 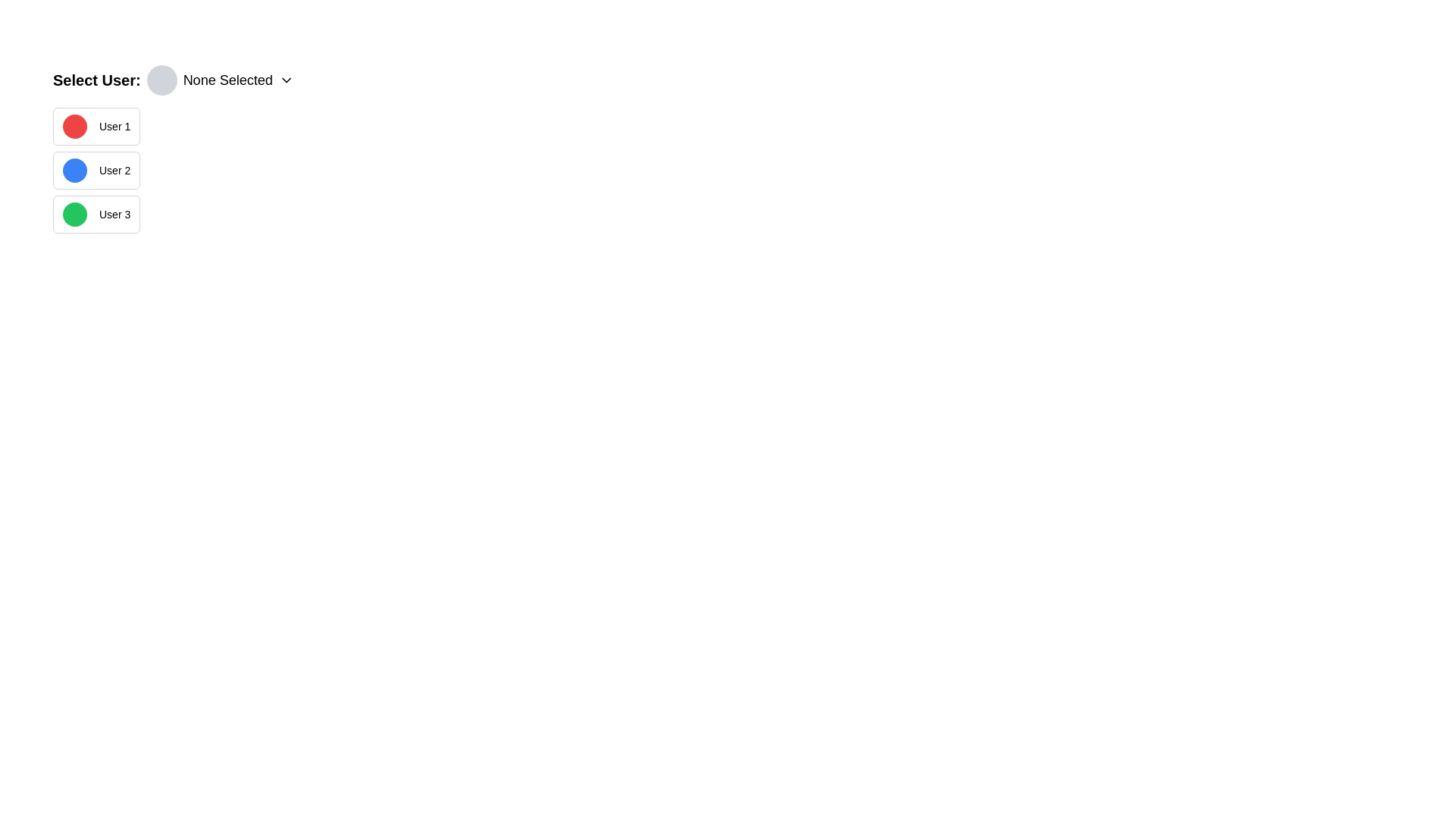 What do you see at coordinates (286, 80) in the screenshot?
I see `the small downward-pointing chevron icon located immediately to the right of the text 'None Selected'` at bounding box center [286, 80].